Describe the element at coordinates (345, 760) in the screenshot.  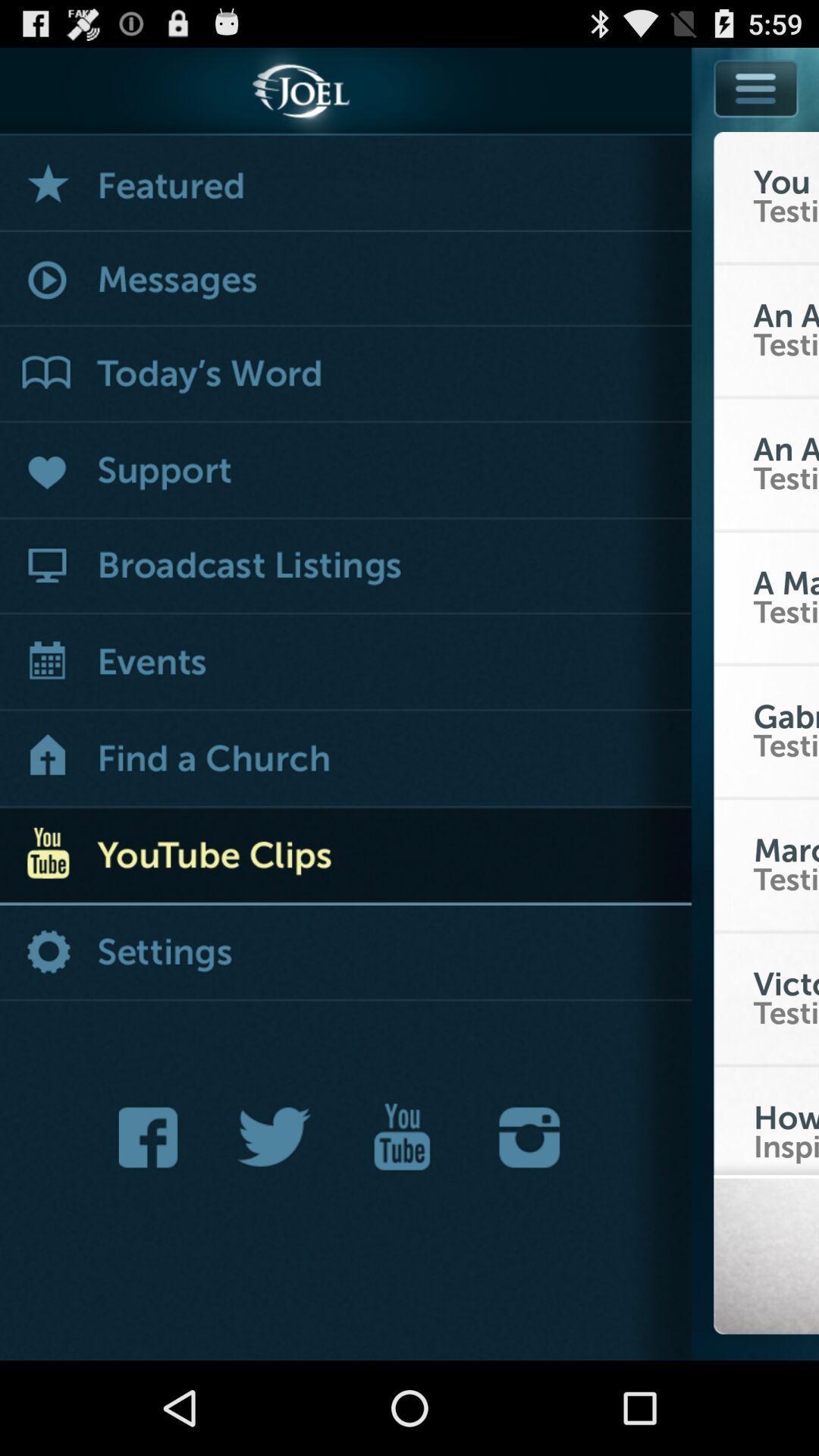
I see `home button` at that location.